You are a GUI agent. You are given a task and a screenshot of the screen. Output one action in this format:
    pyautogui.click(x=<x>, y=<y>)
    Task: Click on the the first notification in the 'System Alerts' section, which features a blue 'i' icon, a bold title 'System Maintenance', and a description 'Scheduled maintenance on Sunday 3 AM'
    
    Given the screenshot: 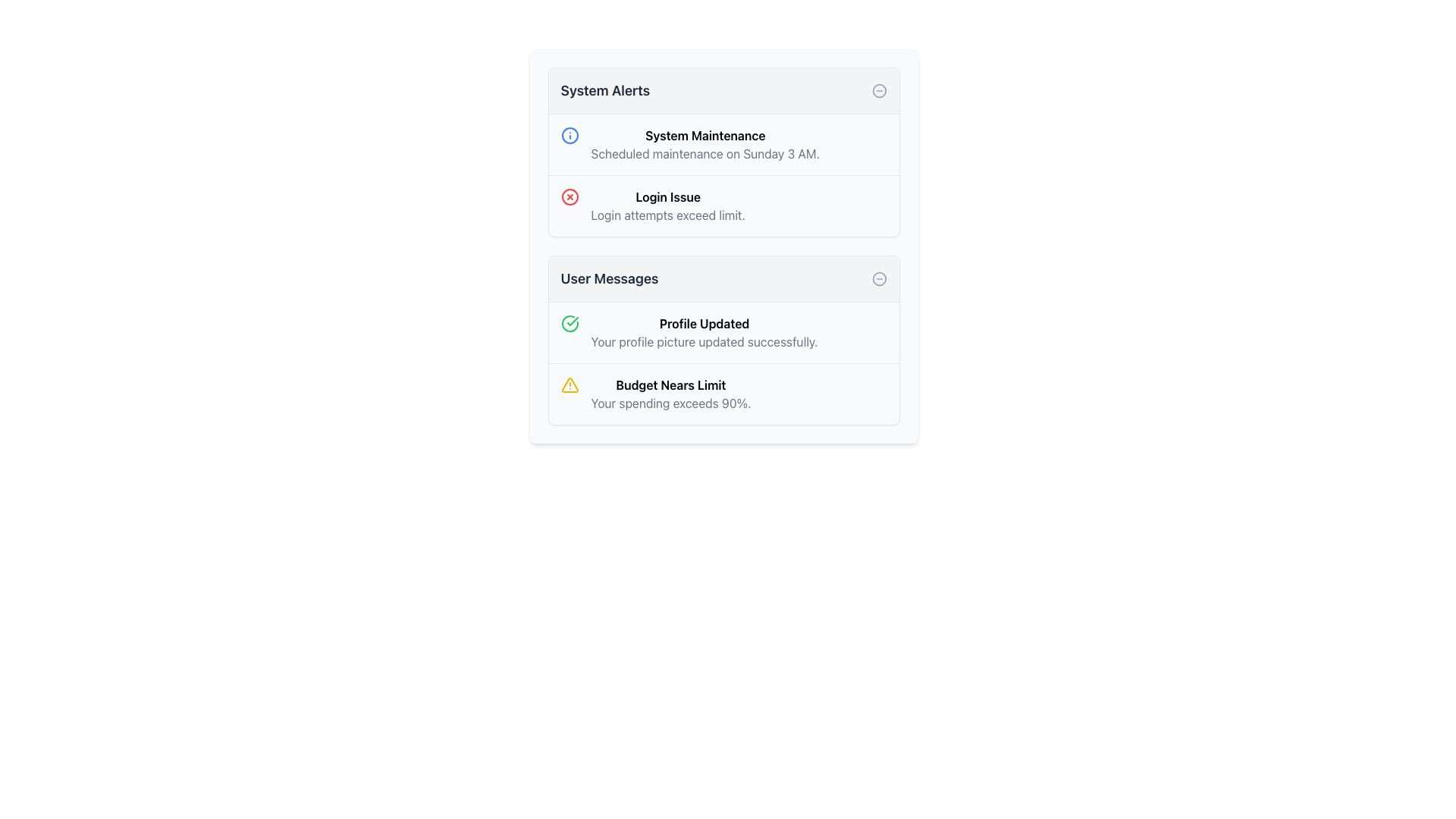 What is the action you would take?
    pyautogui.click(x=723, y=145)
    